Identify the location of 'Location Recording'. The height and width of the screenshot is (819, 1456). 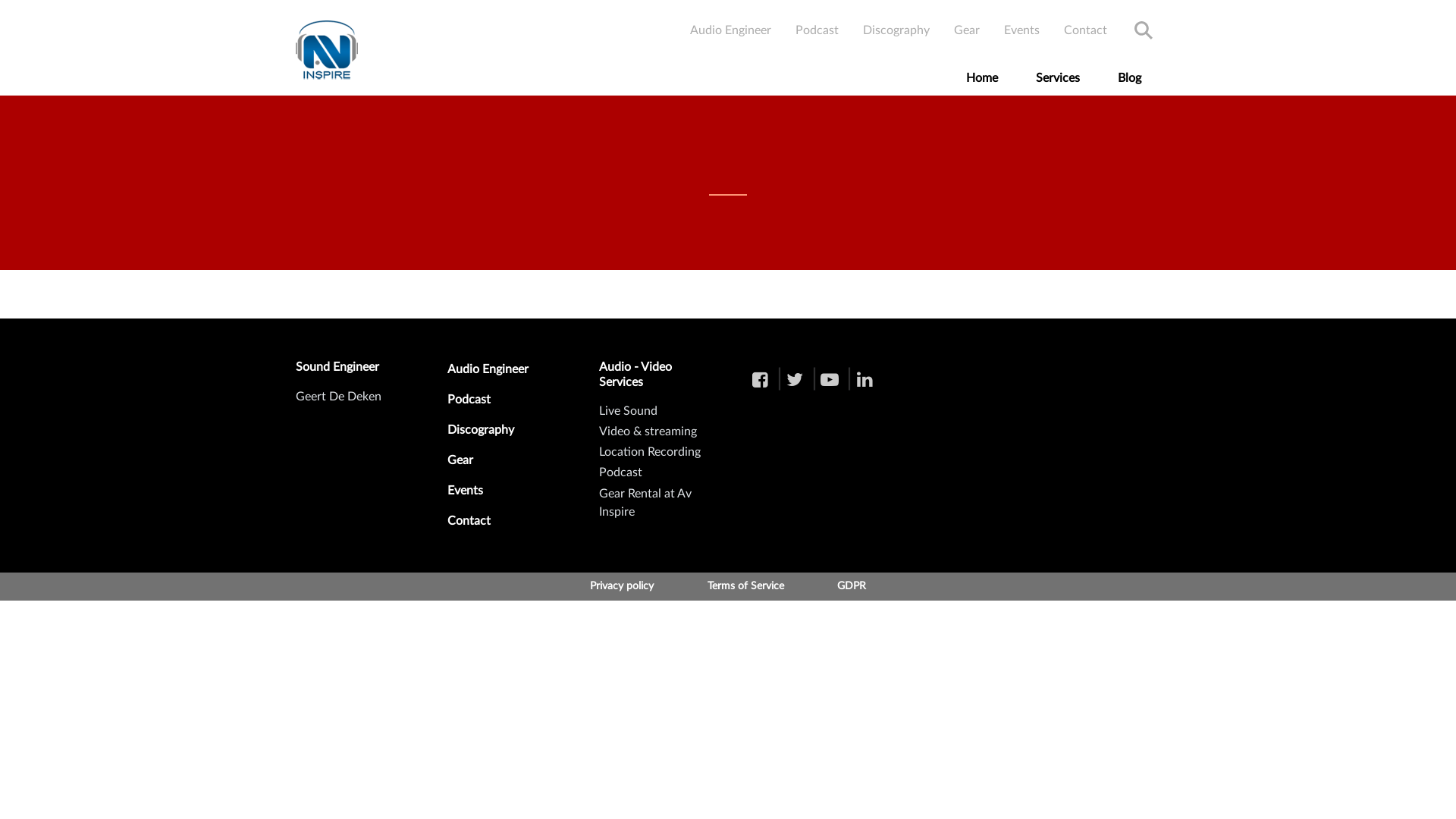
(650, 451).